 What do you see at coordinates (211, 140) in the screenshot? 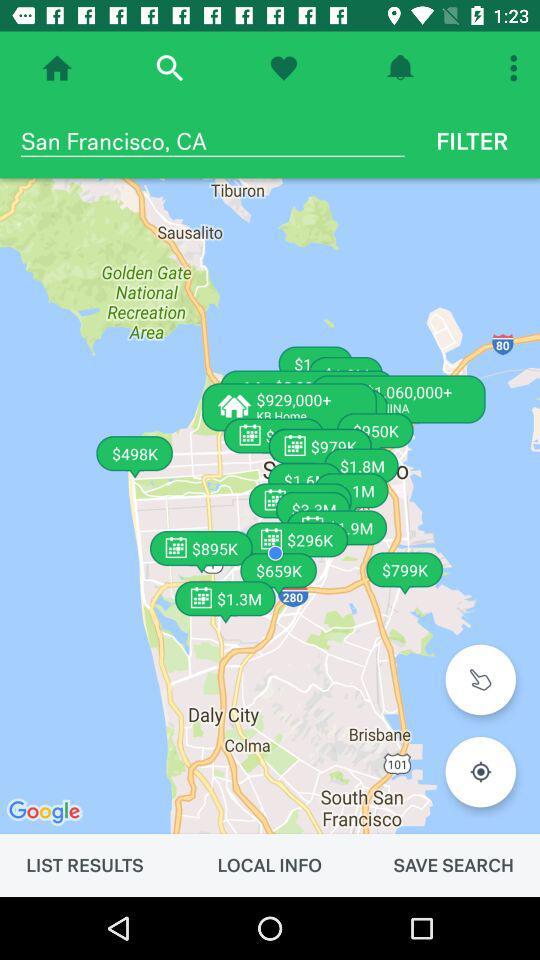
I see `the san francisco, ca icon` at bounding box center [211, 140].